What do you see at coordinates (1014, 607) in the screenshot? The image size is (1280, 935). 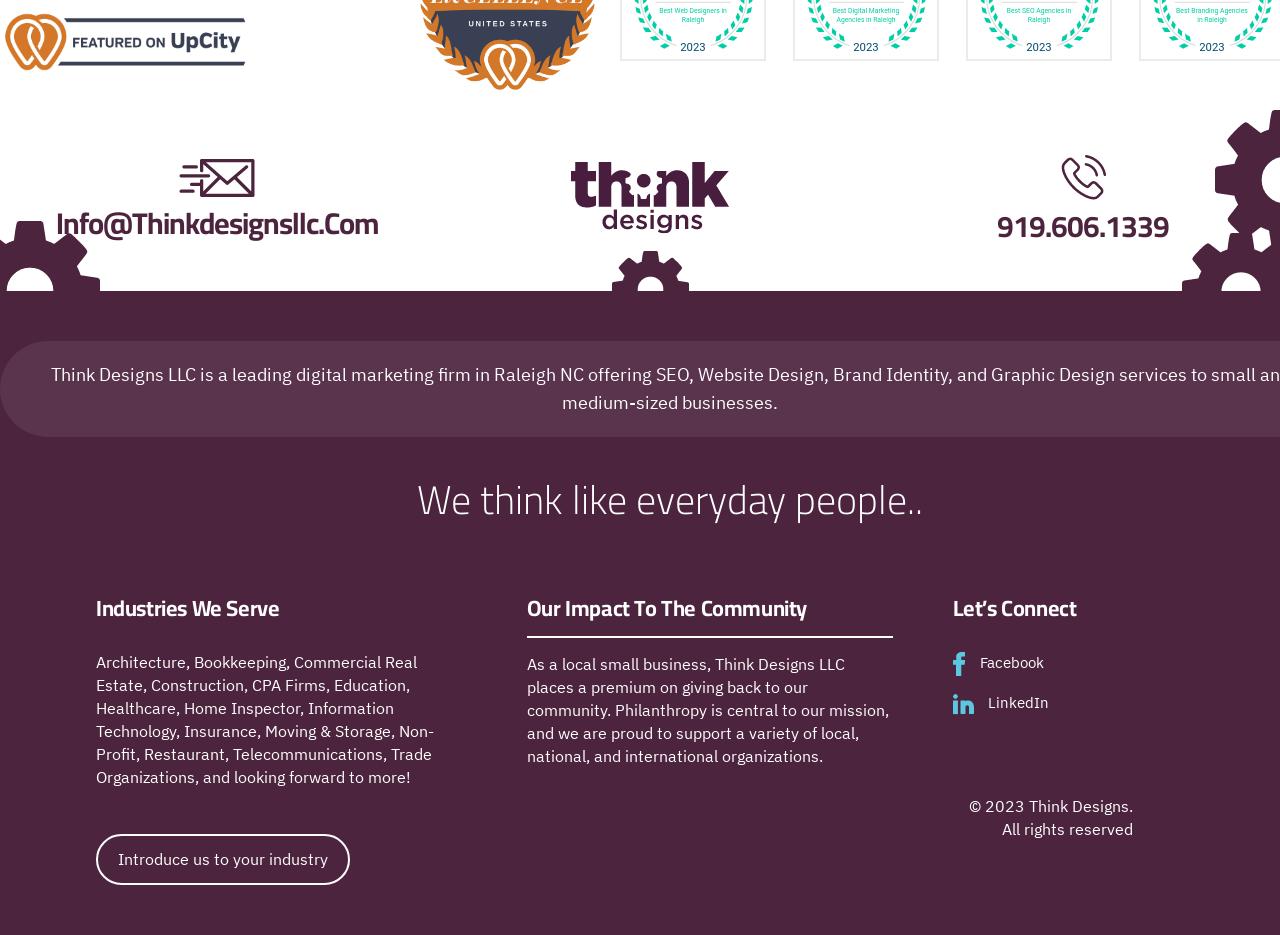 I see `'Let’s connect'` at bounding box center [1014, 607].